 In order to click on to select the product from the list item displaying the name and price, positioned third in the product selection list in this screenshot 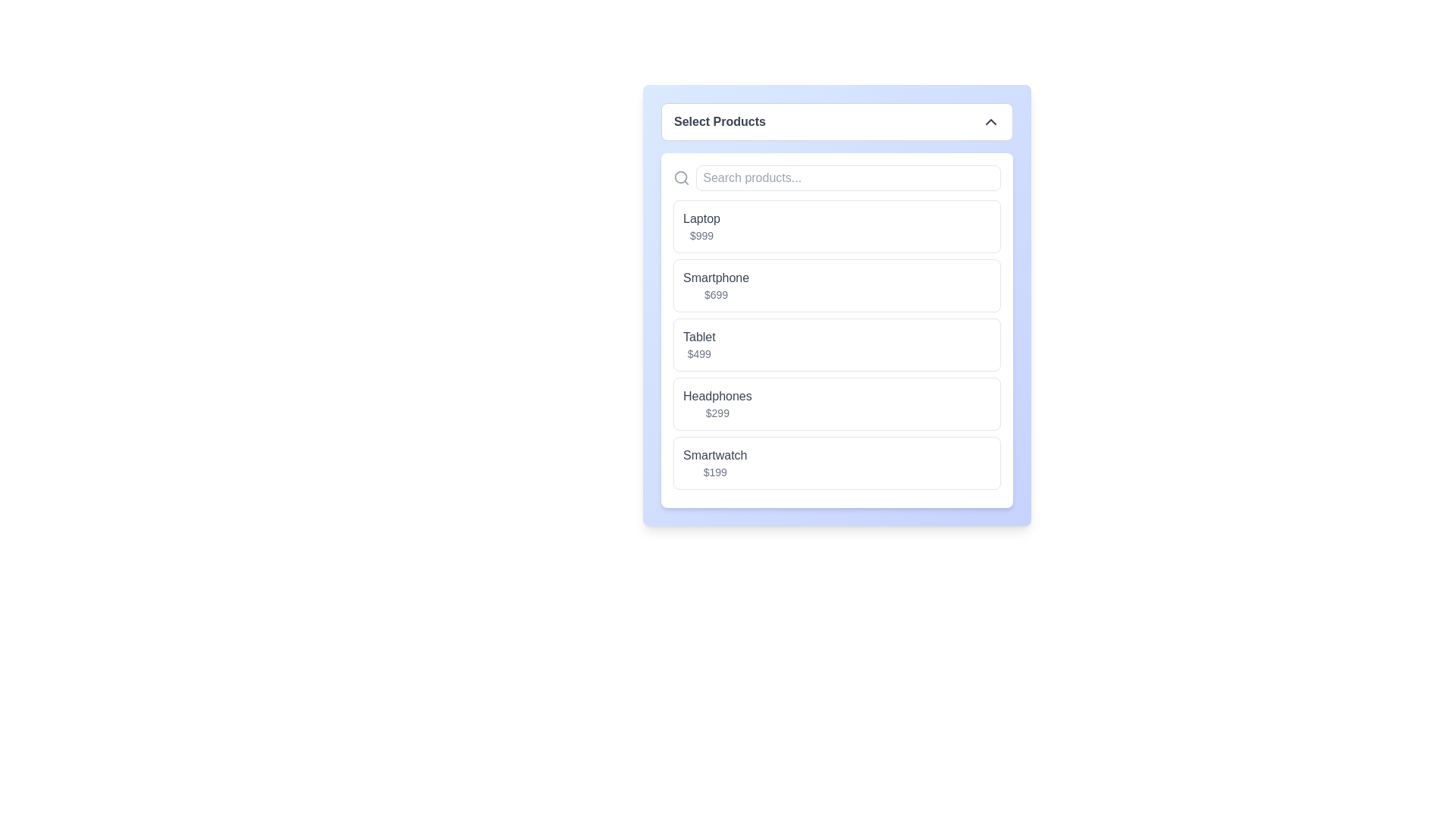, I will do `click(698, 345)`.